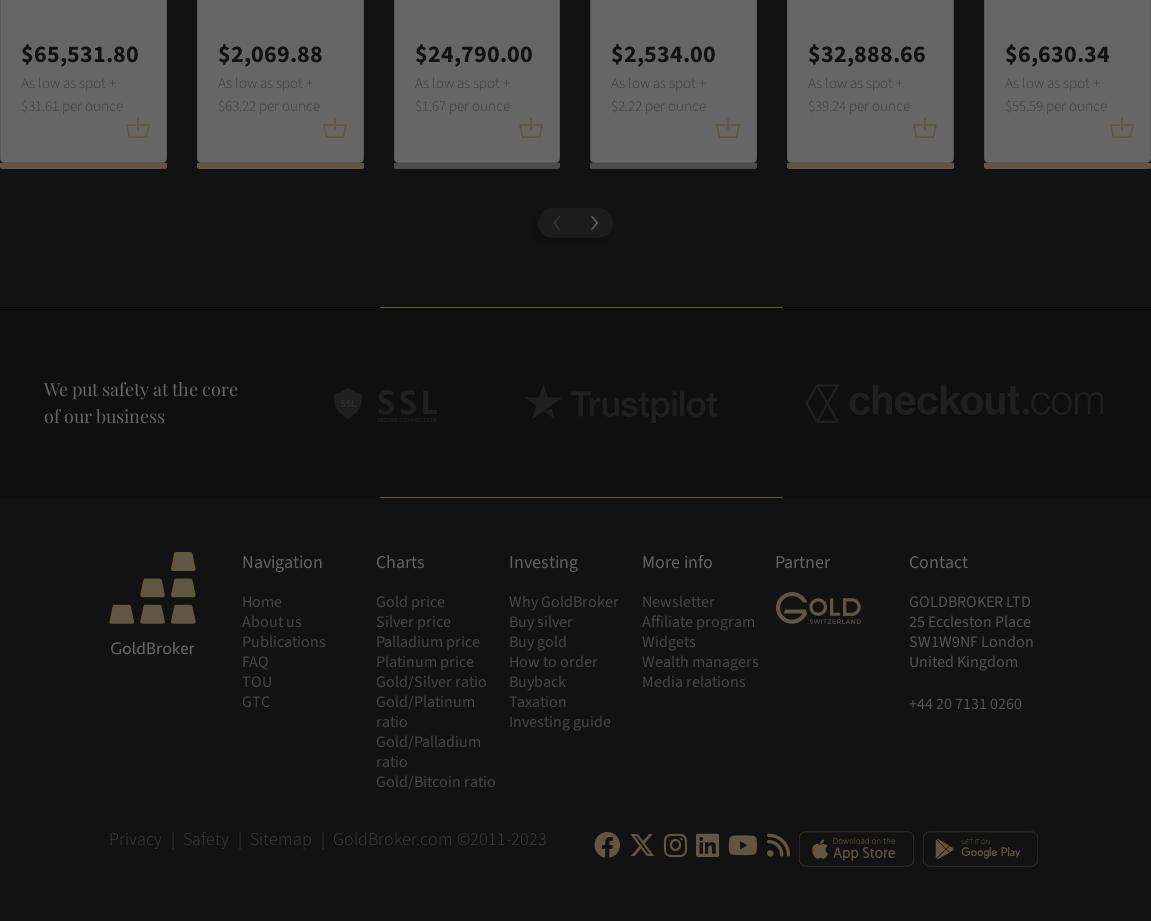  Describe the element at coordinates (907, 622) in the screenshot. I see `'25 Eccleston Place'` at that location.